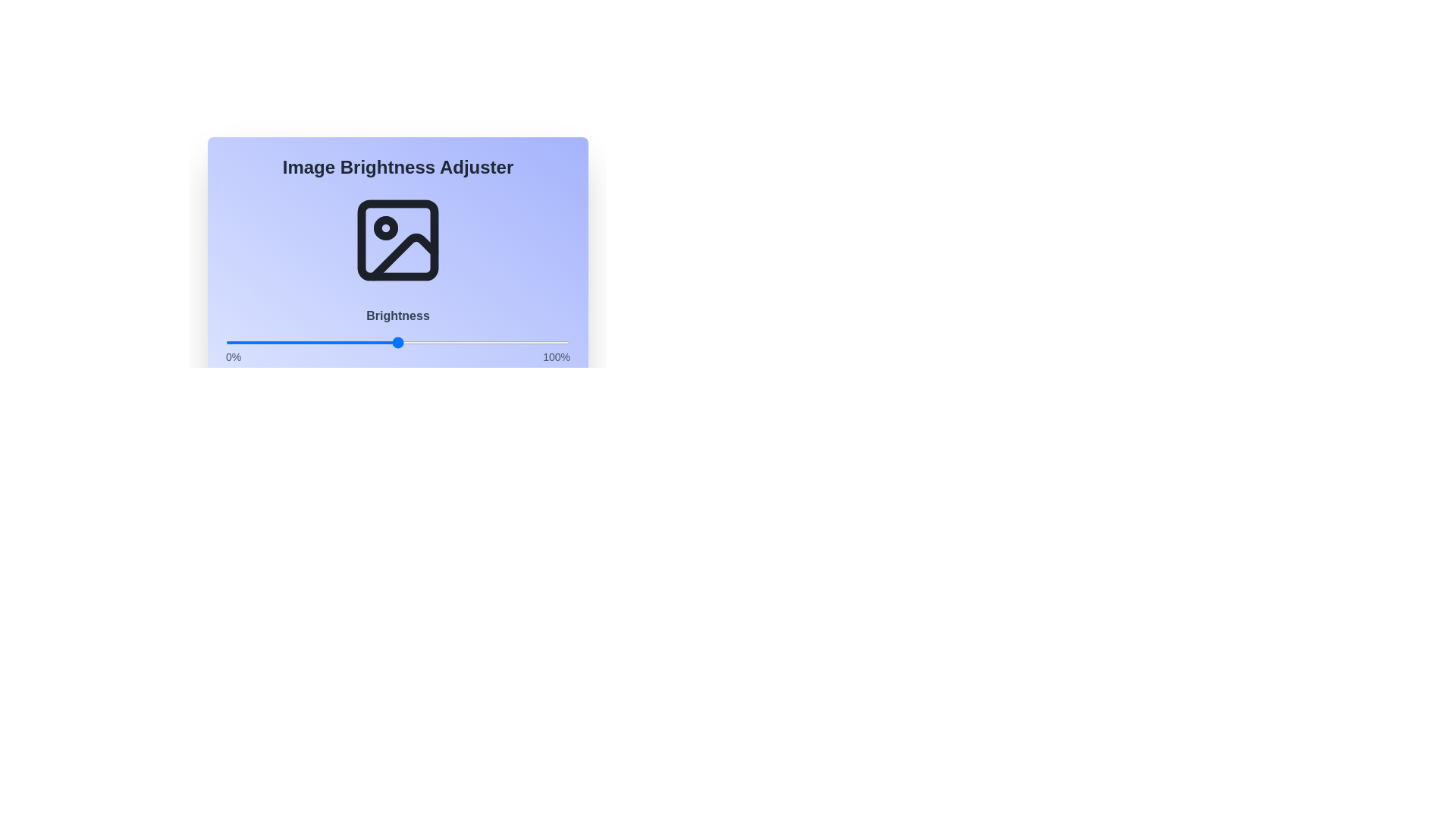  Describe the element at coordinates (405, 342) in the screenshot. I see `the brightness slider to 52%` at that location.